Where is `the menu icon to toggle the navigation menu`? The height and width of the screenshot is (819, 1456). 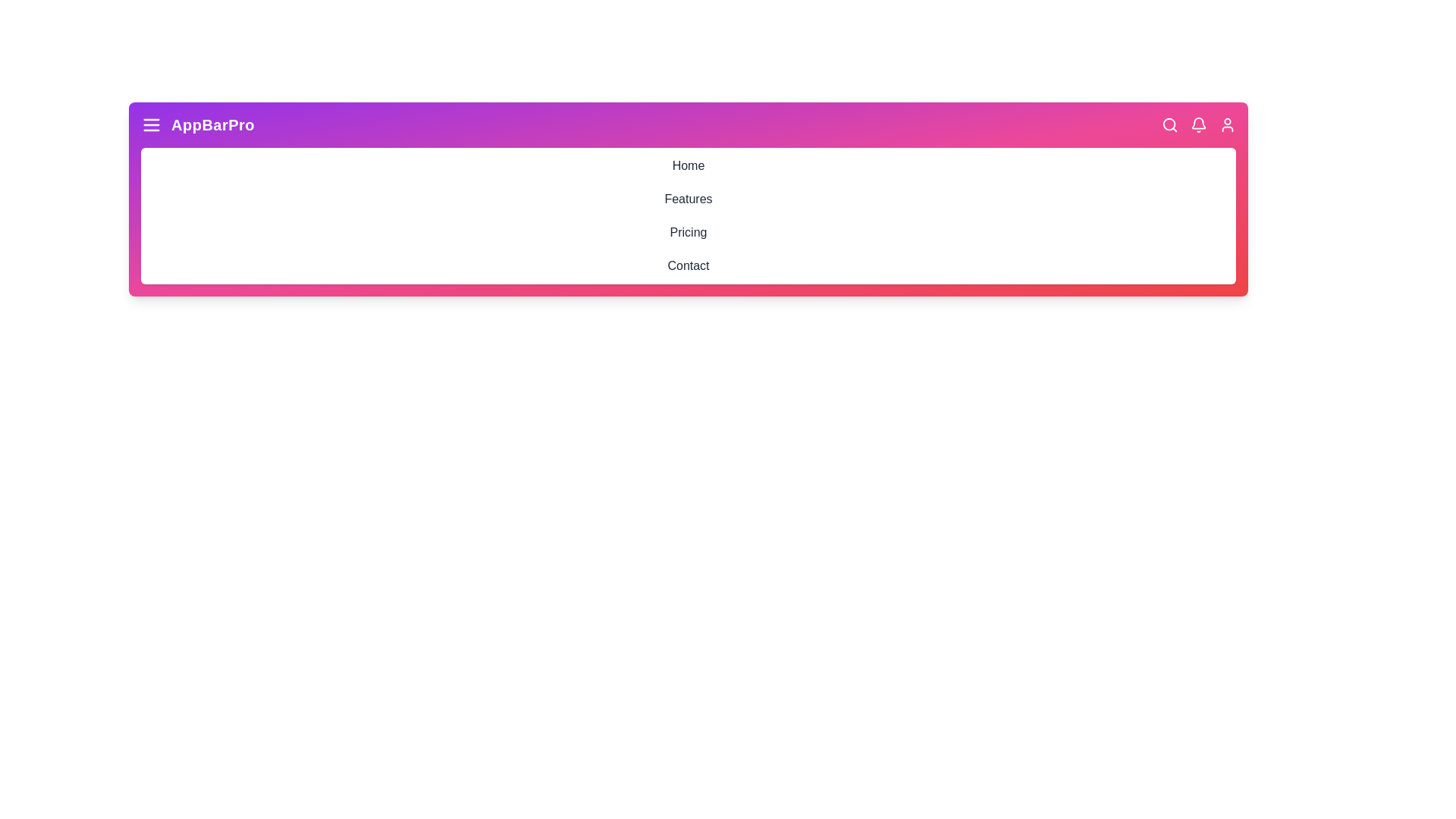 the menu icon to toggle the navigation menu is located at coordinates (152, 124).